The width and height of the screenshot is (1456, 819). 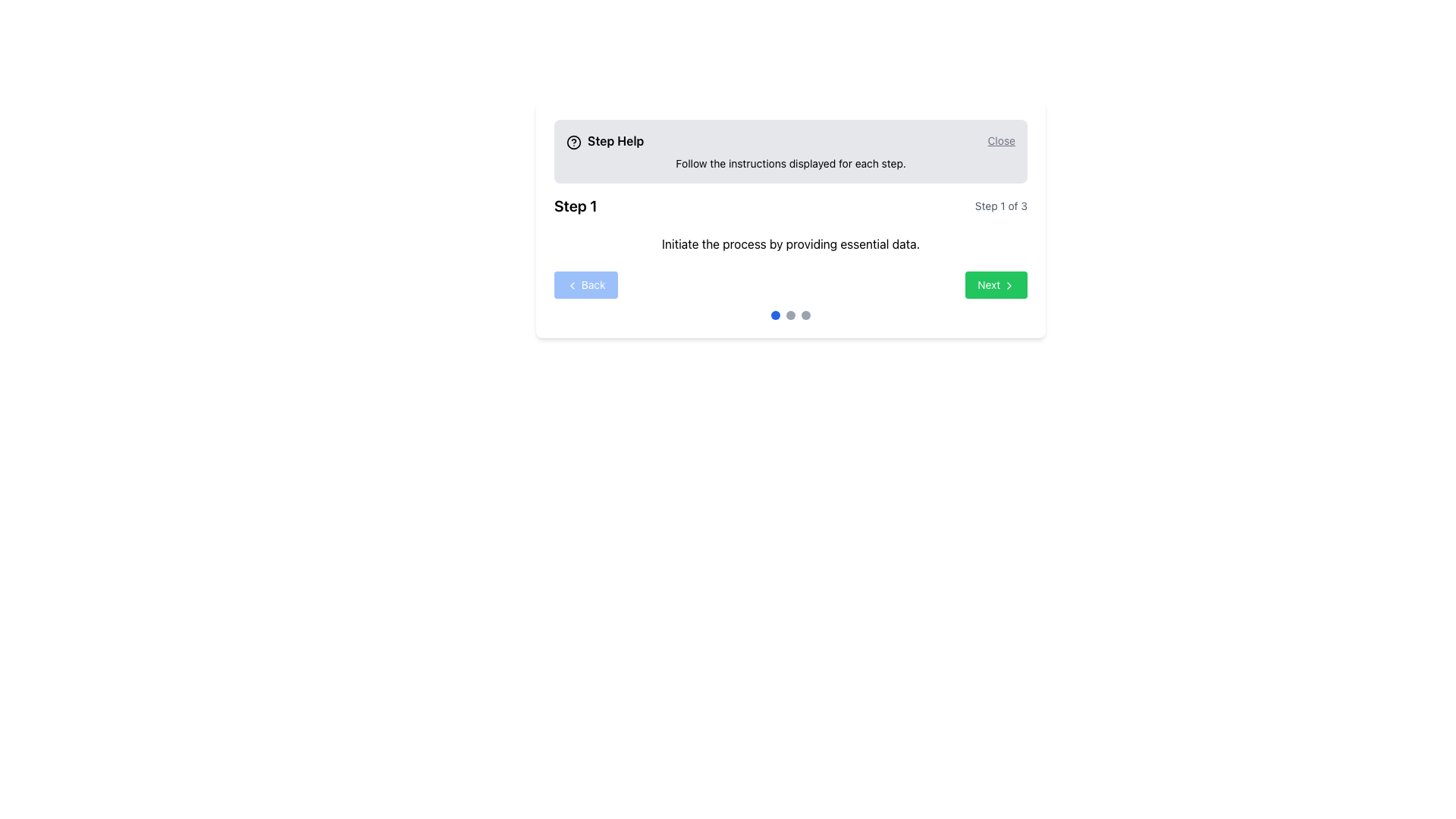 What do you see at coordinates (1001, 206) in the screenshot?
I see `the Text Label that indicates the user's current progress in a multi-step process, showing they are on step 1 out of 3 steps` at bounding box center [1001, 206].